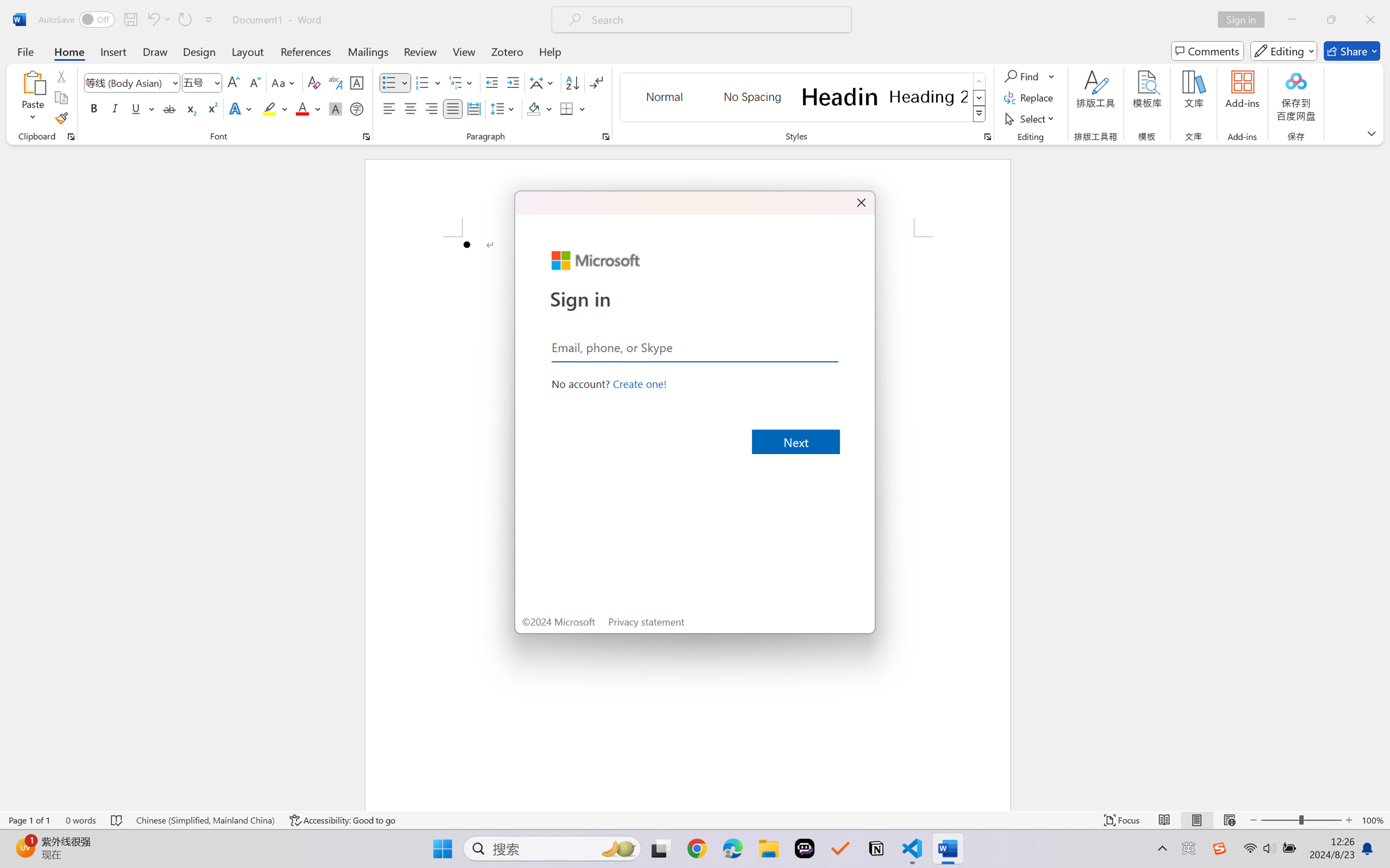 Image resolution: width=1390 pixels, height=868 pixels. I want to click on 'Undo Bullet Default', so click(157, 19).